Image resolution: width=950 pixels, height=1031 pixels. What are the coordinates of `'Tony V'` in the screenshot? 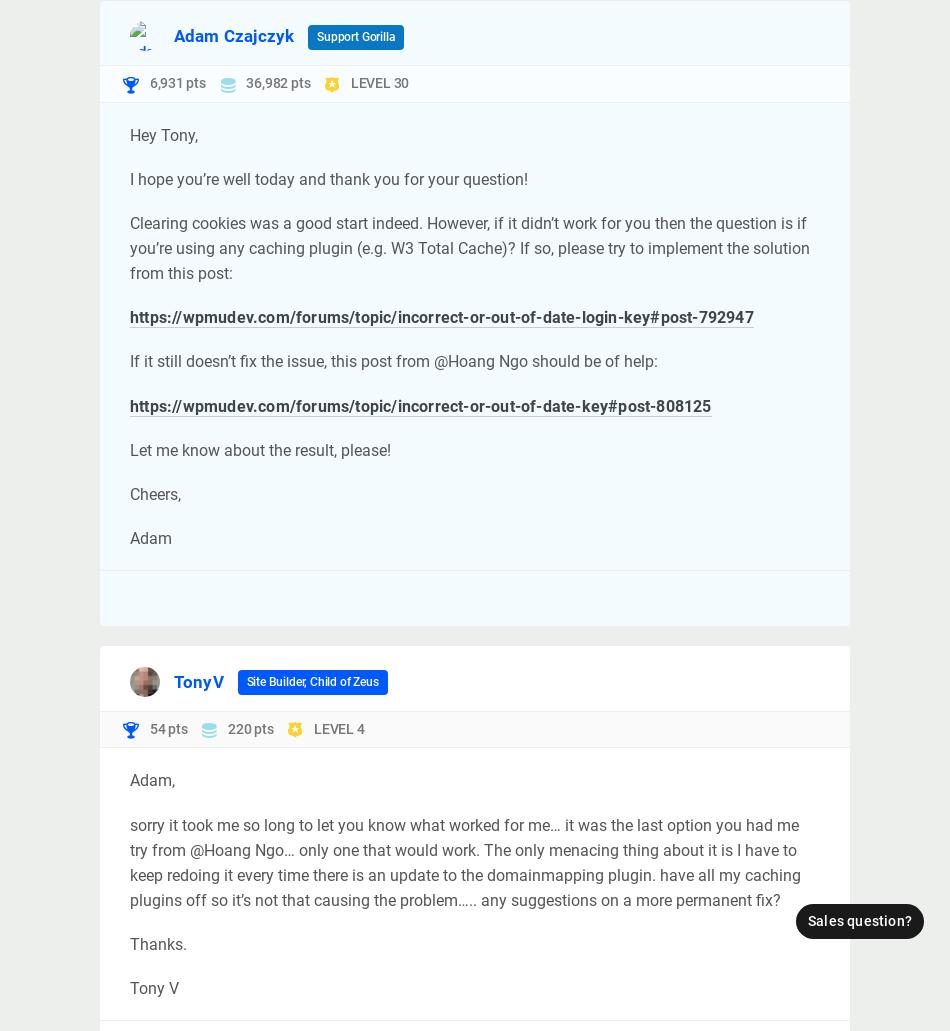 It's located at (154, 987).